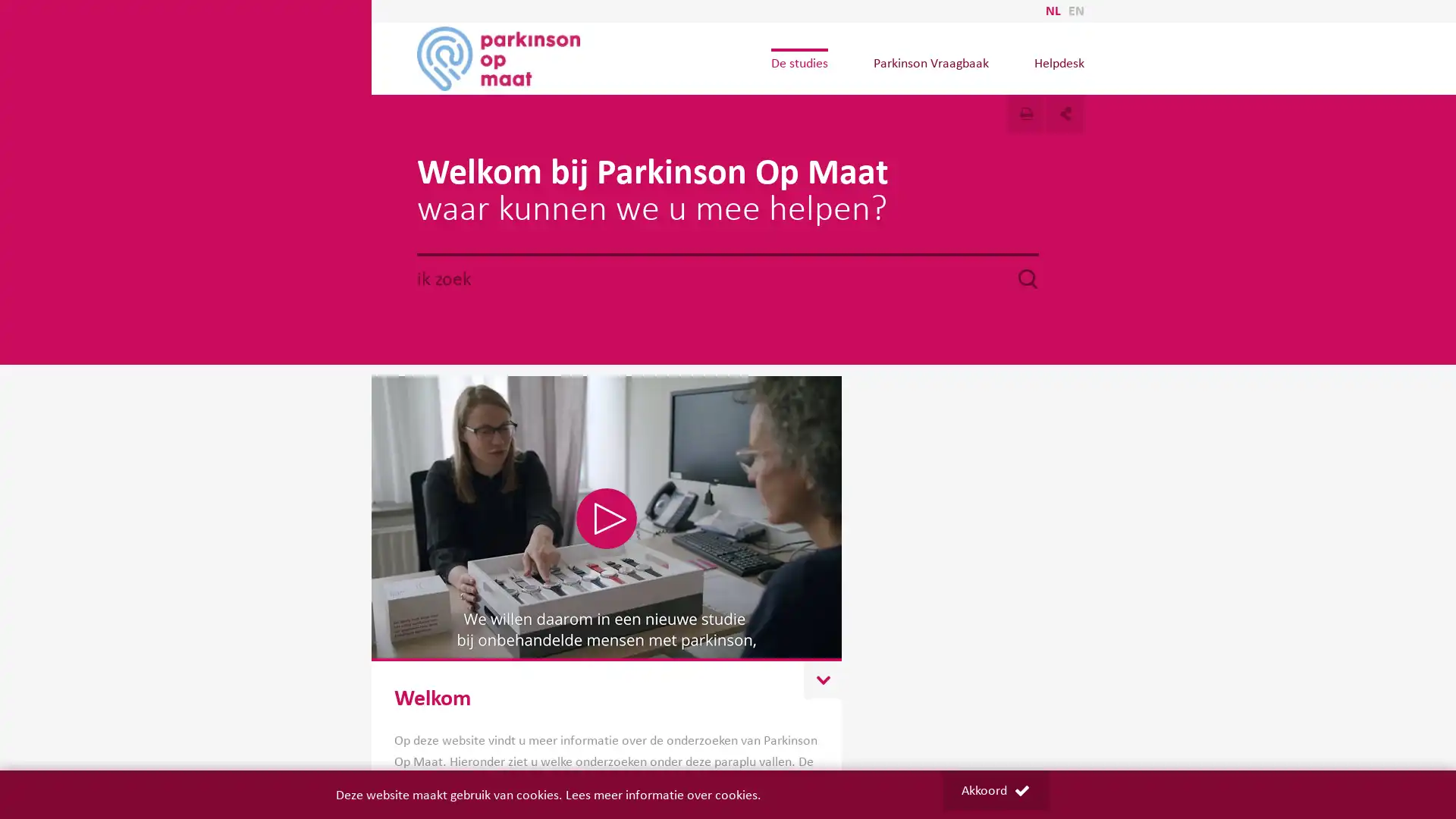  Describe the element at coordinates (1058, 62) in the screenshot. I see `Helpdesk` at that location.